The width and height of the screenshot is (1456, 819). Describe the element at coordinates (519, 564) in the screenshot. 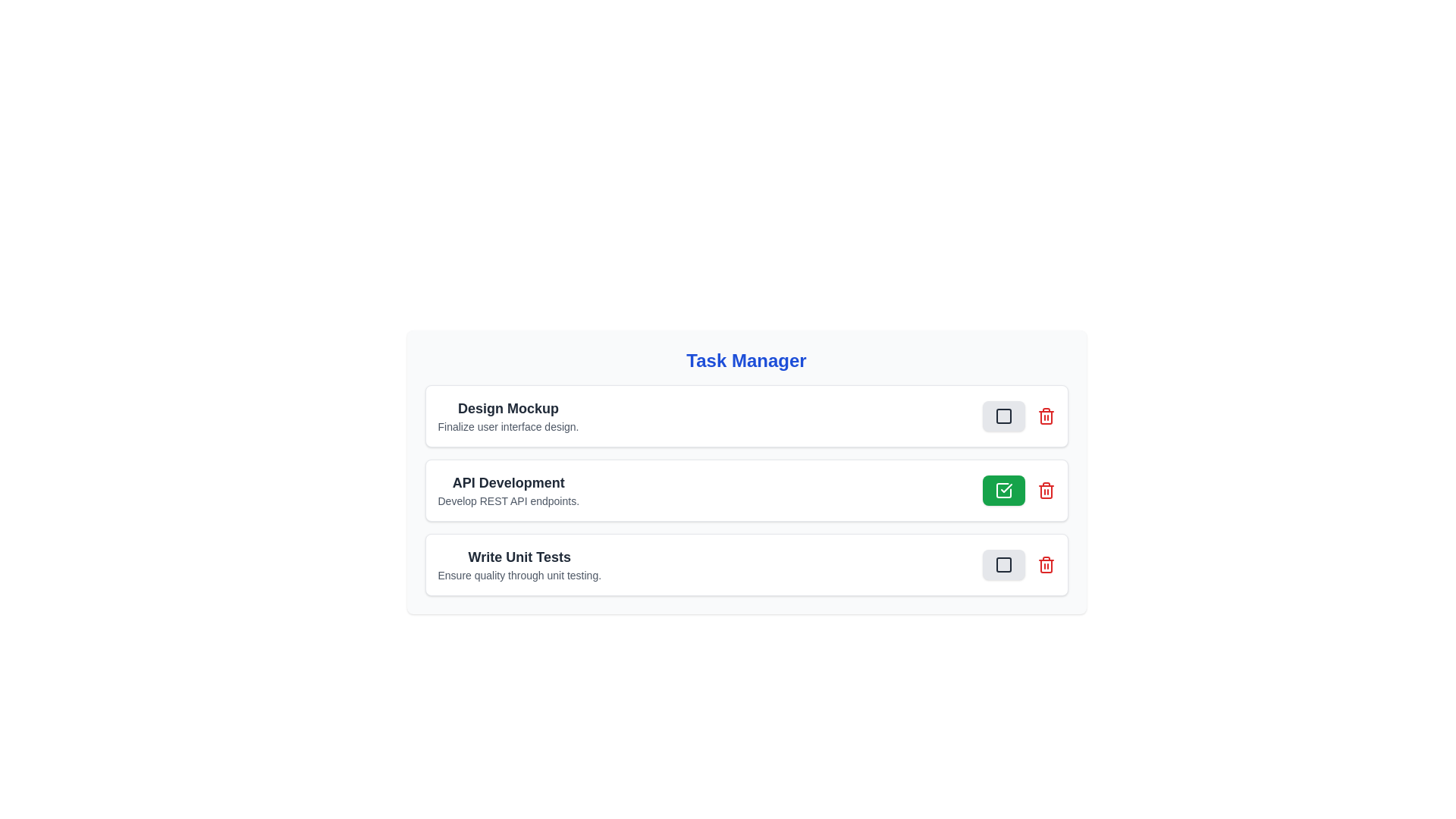

I see `the task title and description element located in the third task card of the task management application` at that location.